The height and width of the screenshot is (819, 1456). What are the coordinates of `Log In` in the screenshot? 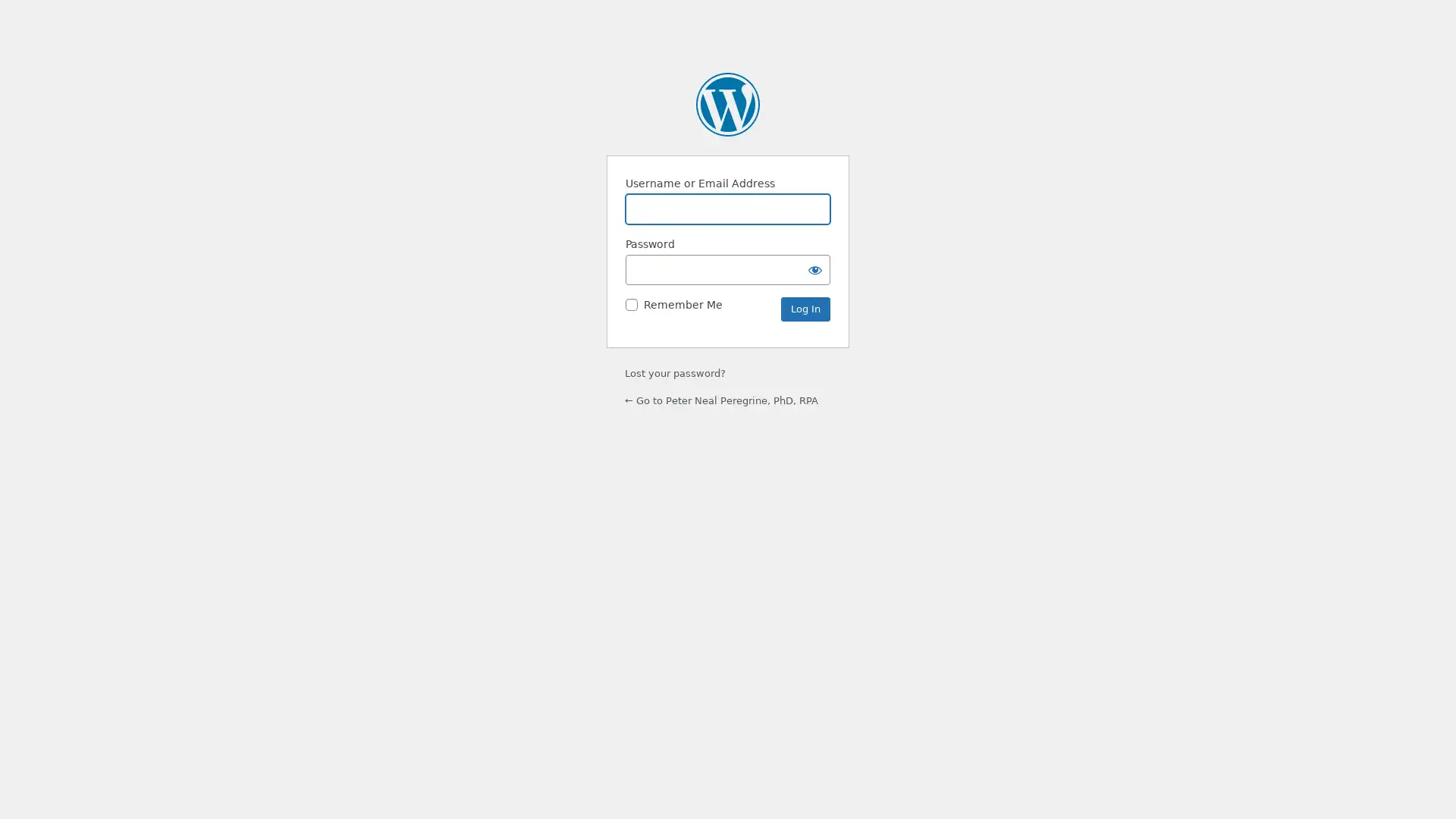 It's located at (805, 309).